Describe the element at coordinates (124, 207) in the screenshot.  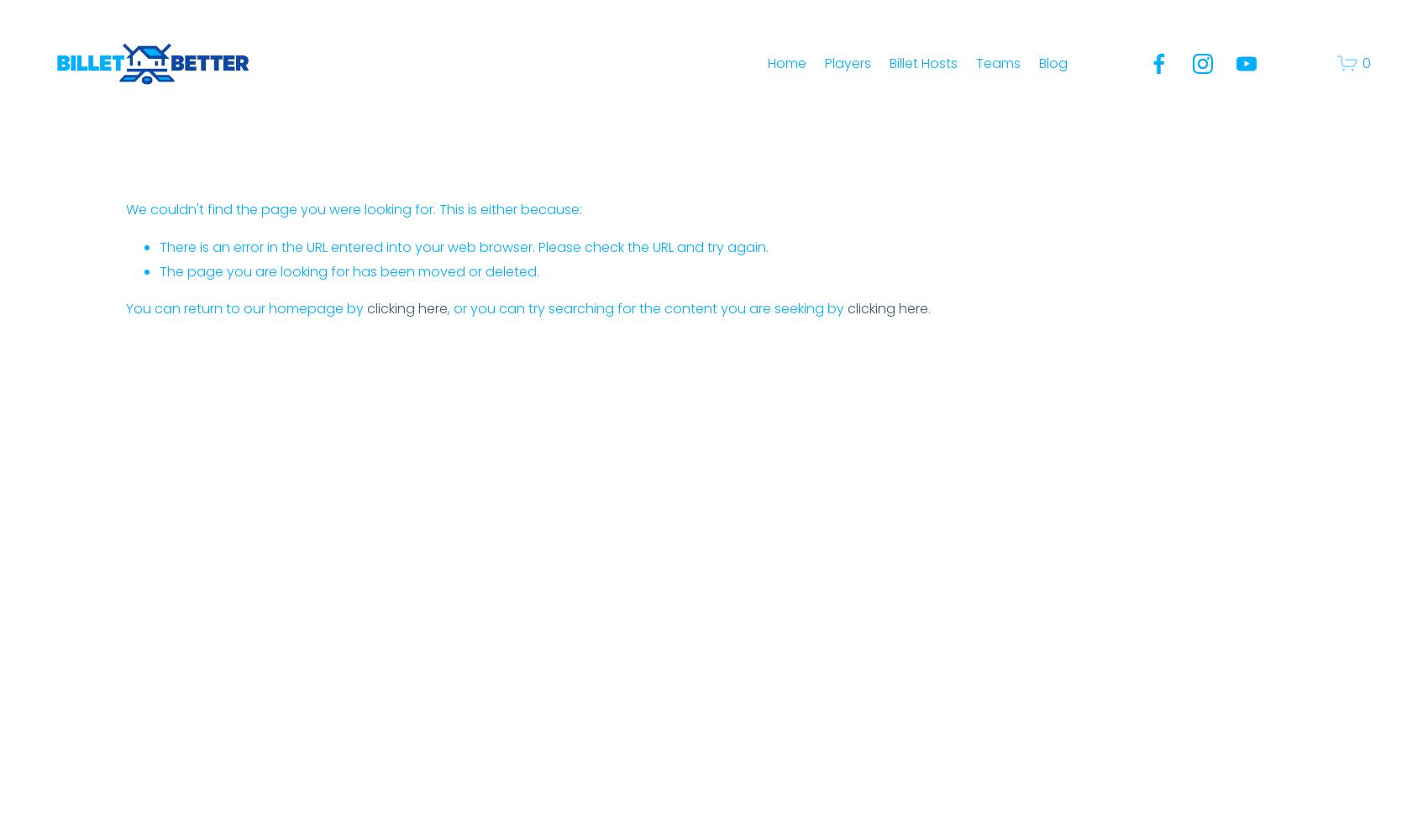
I see `'We couldn't find the page you were looking for. This is either because:'` at that location.